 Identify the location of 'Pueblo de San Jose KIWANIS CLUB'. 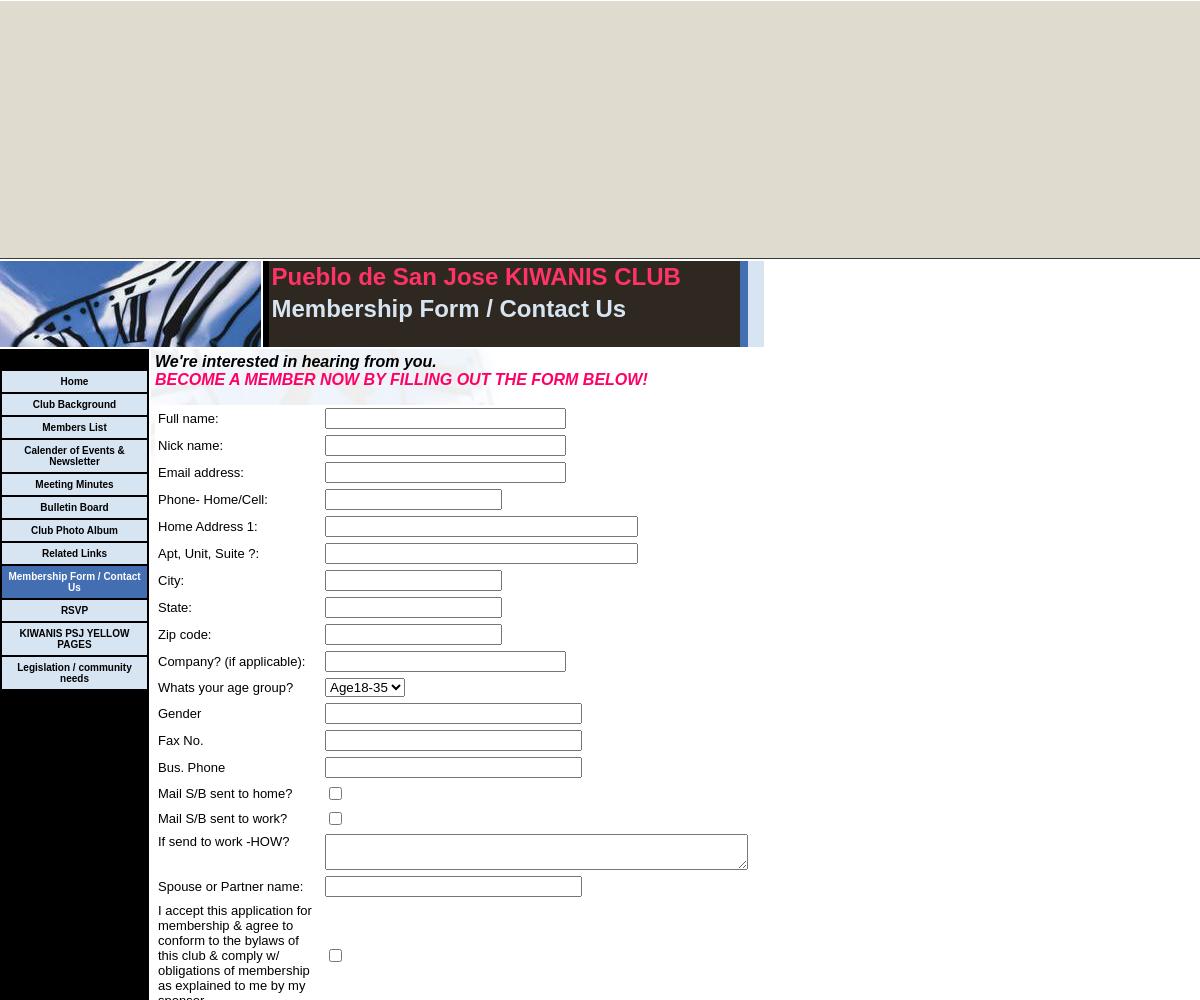
(269, 276).